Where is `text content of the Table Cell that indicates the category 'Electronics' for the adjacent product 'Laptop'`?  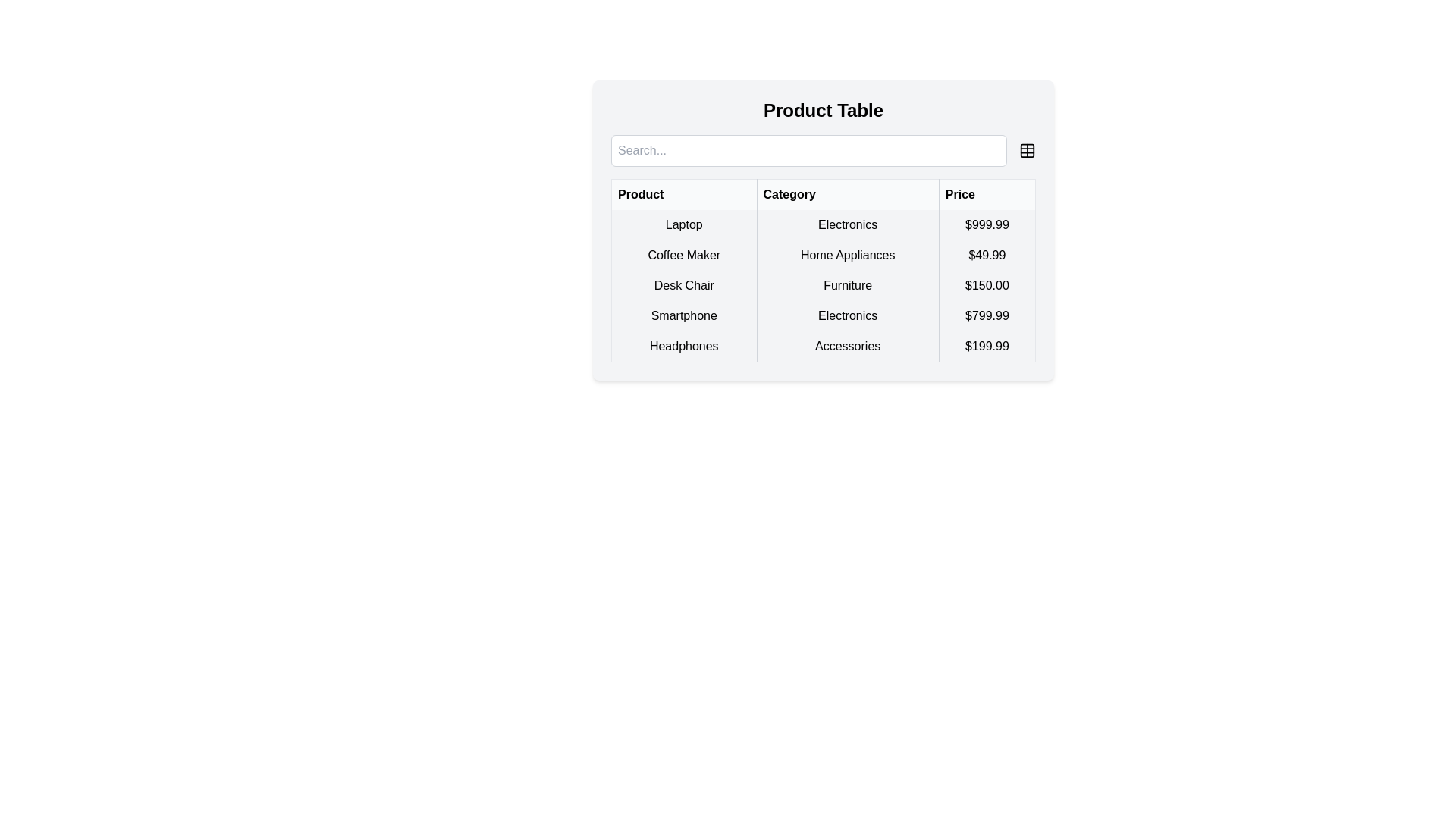
text content of the Table Cell that indicates the category 'Electronics' for the adjacent product 'Laptop' is located at coordinates (847, 225).